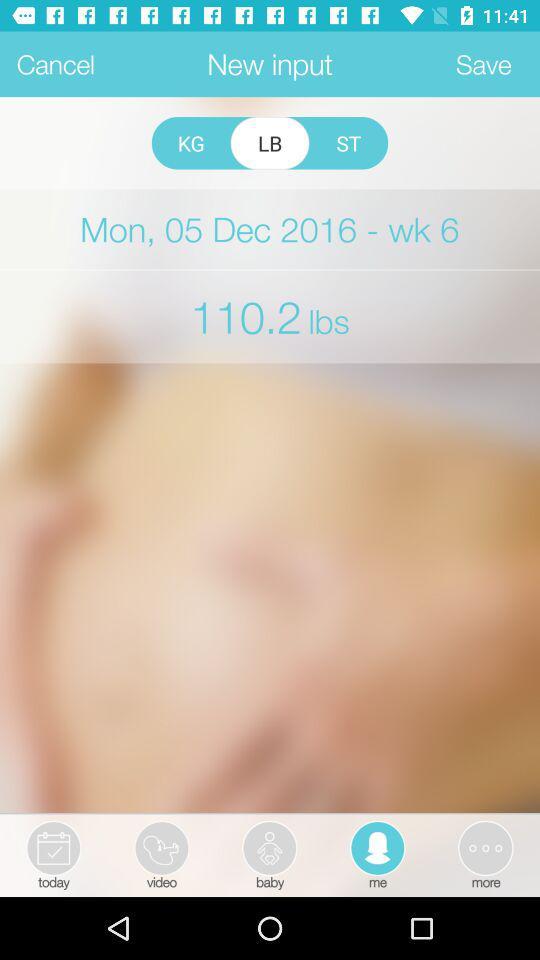 This screenshot has width=540, height=960. Describe the element at coordinates (270, 142) in the screenshot. I see `the item next to st item` at that location.